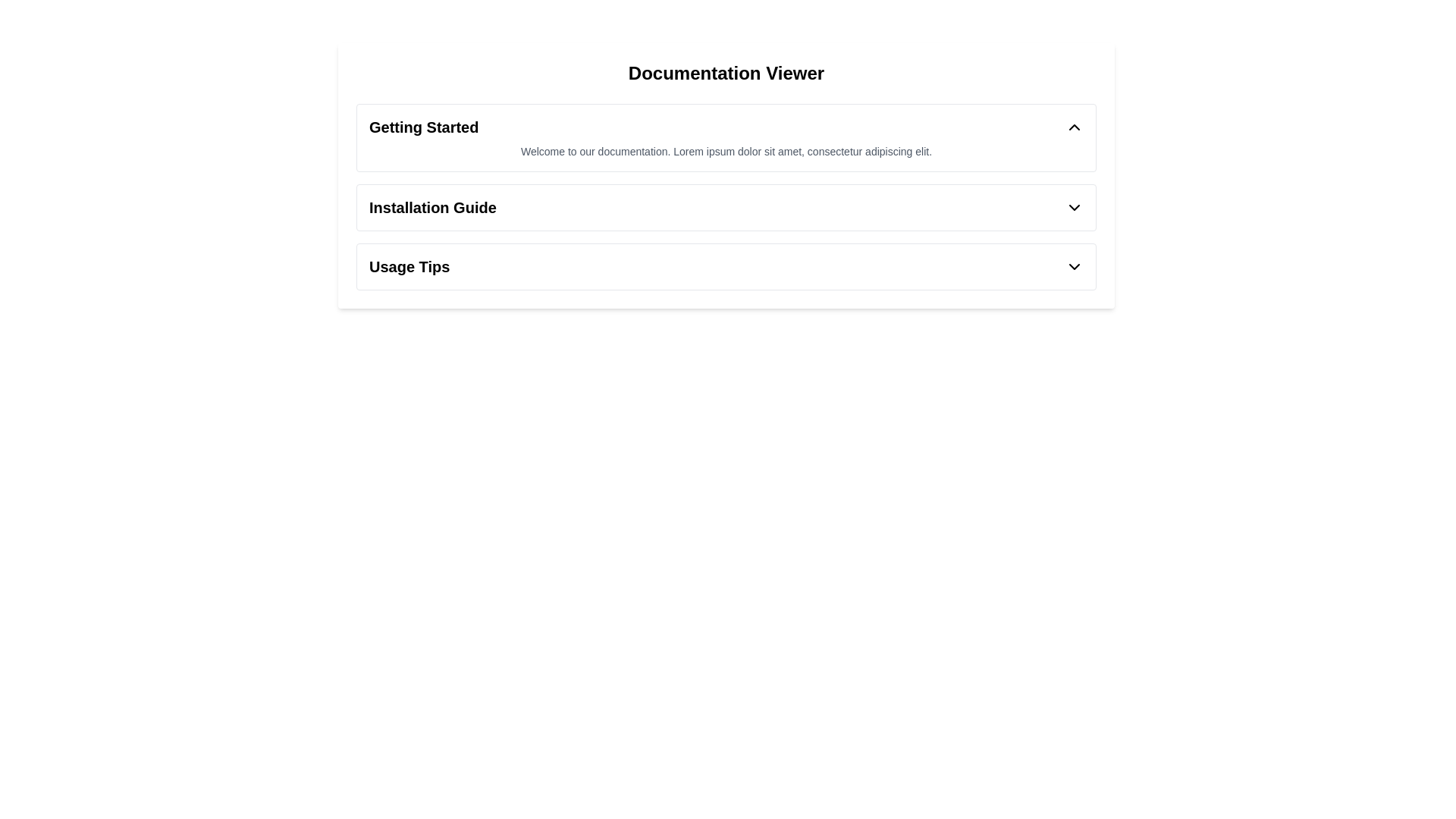 The width and height of the screenshot is (1456, 819). What do you see at coordinates (424, 127) in the screenshot?
I see `text of the Text Label located immediately below the title 'Documentation Viewer', which serves as a heading for the section` at bounding box center [424, 127].